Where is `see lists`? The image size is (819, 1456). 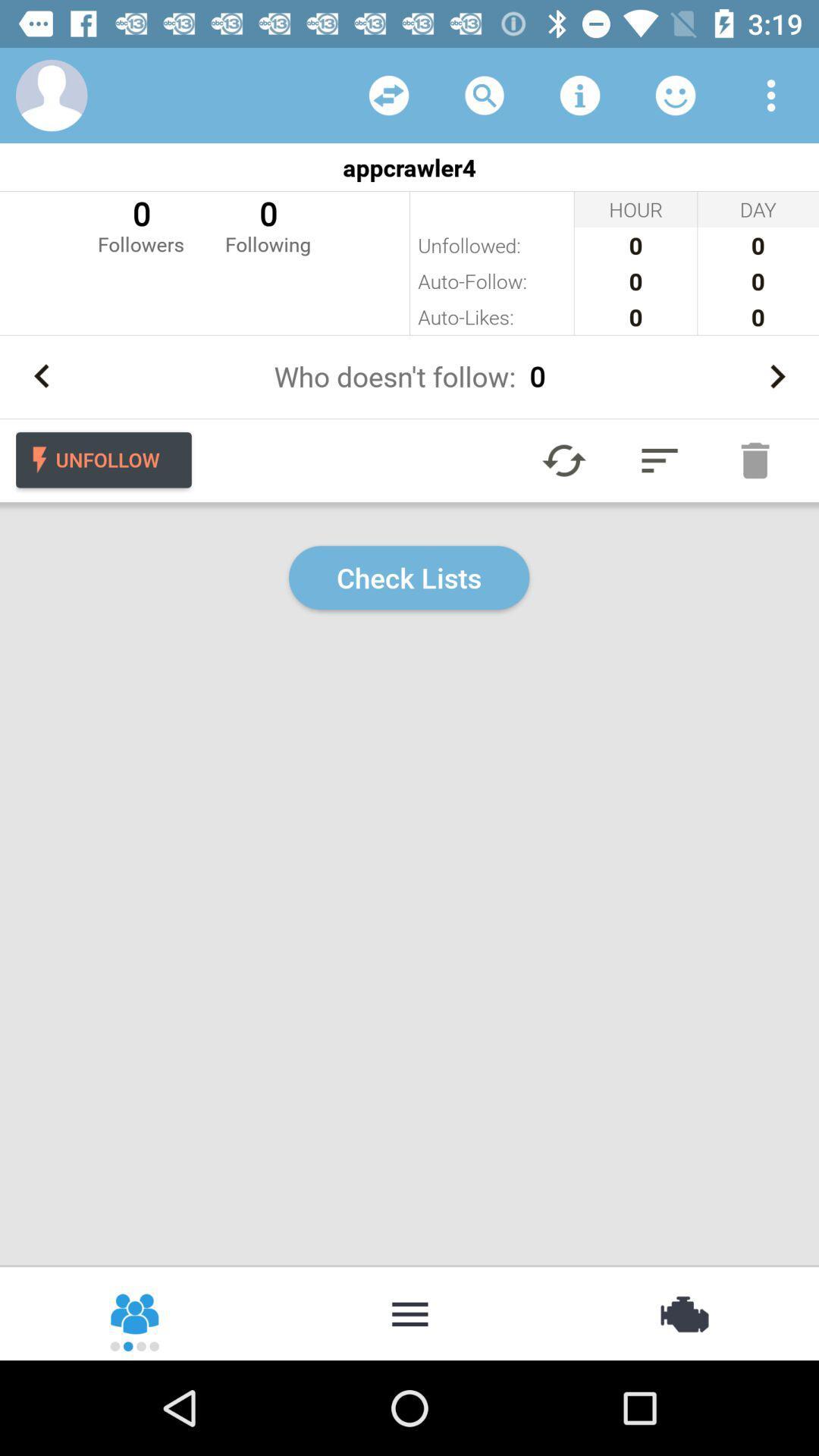
see lists is located at coordinates (659, 460).